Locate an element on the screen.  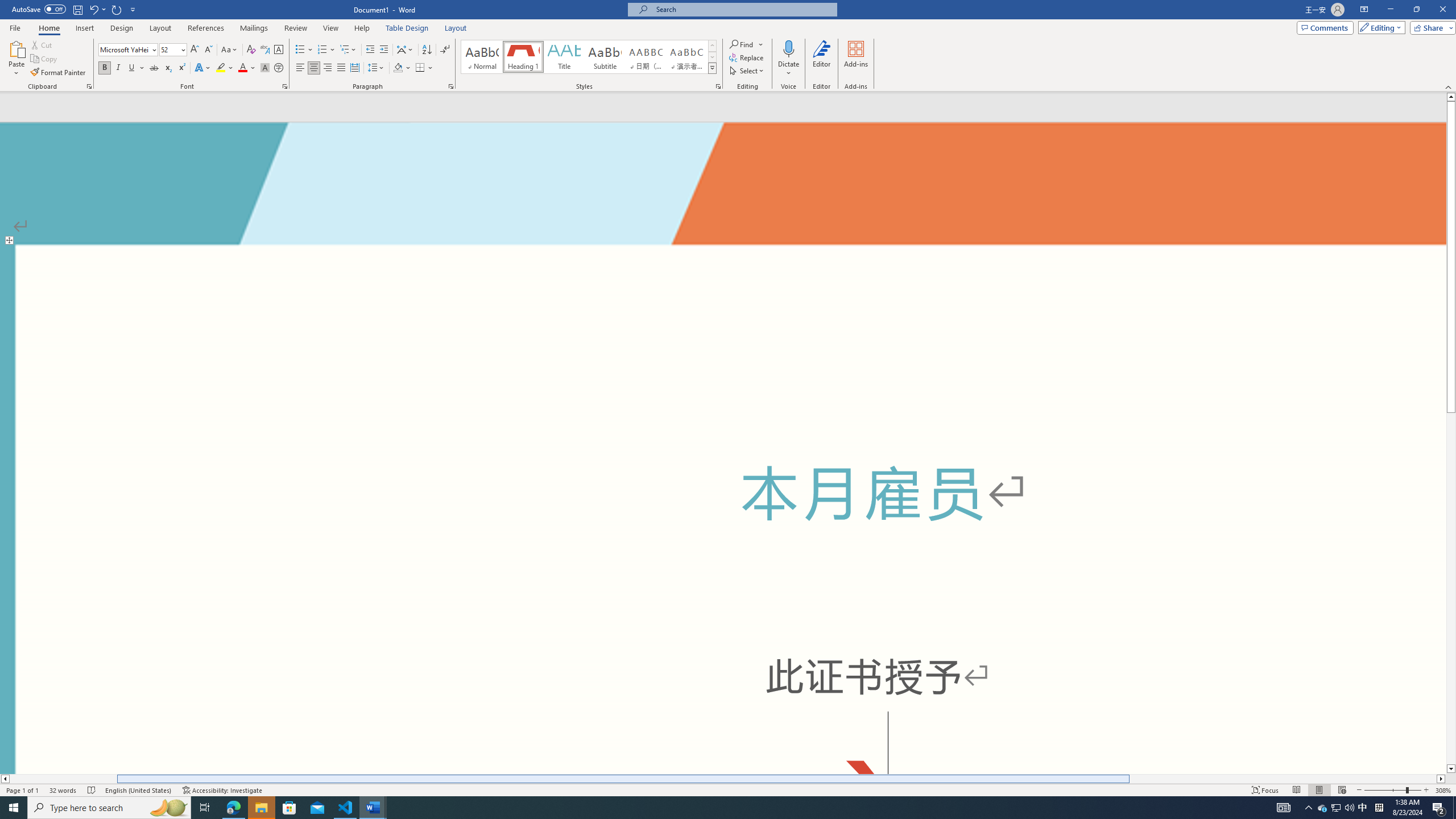
'Character Border' is located at coordinates (278, 49).